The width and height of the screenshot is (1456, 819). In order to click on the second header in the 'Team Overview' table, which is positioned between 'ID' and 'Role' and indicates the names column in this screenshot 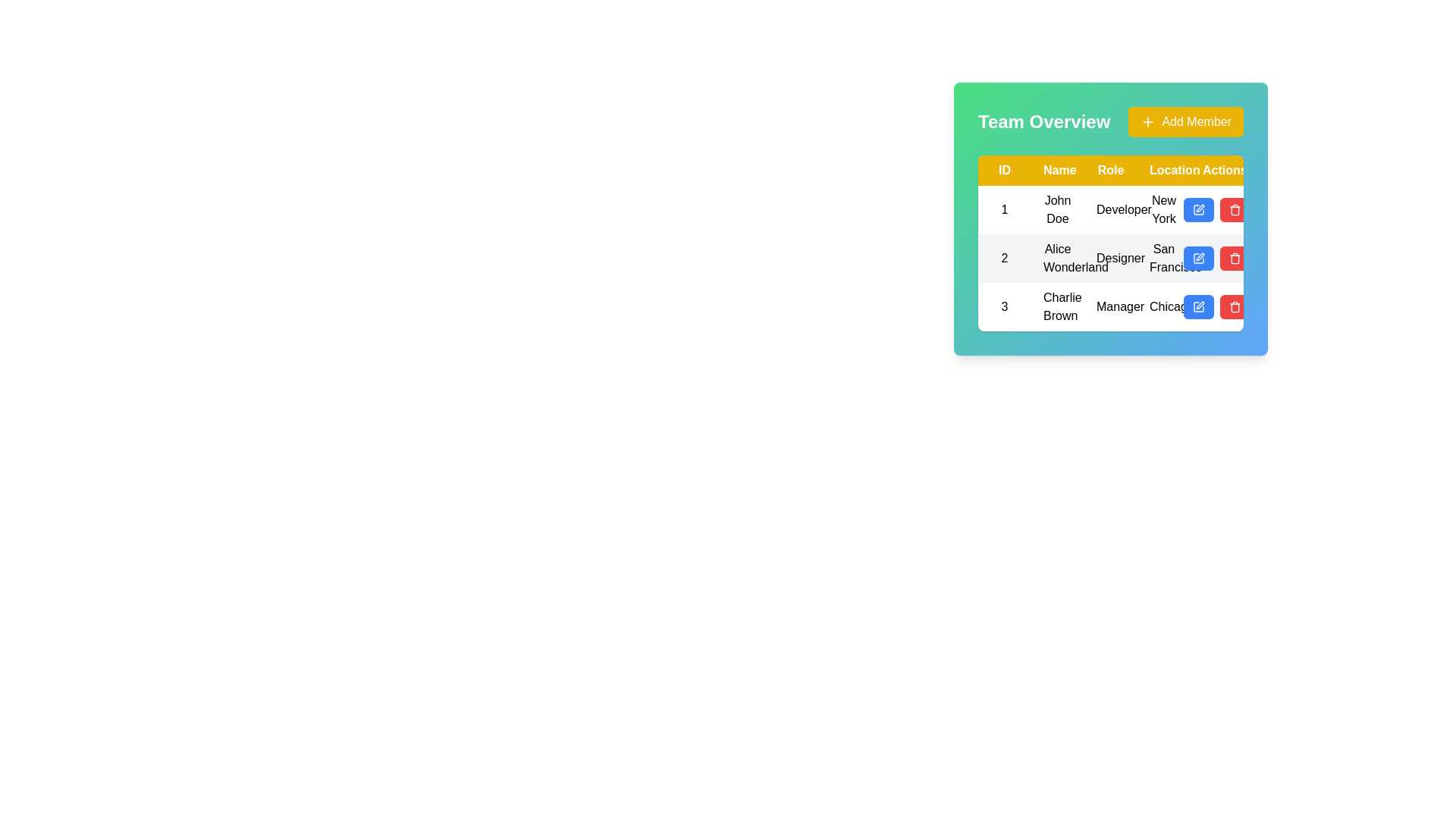, I will do `click(1057, 170)`.